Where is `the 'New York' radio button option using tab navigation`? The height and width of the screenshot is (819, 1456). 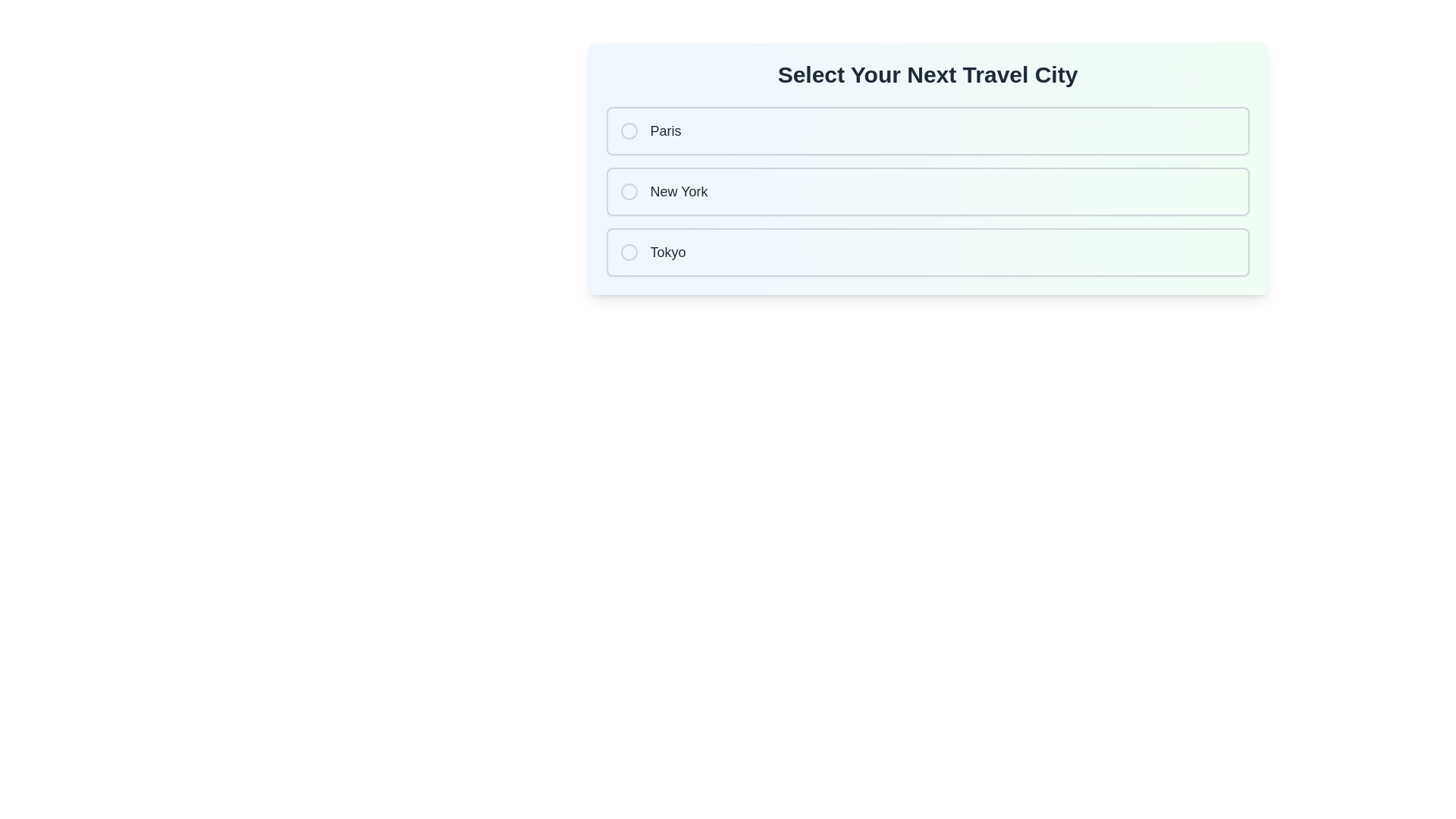
the 'New York' radio button option using tab navigation is located at coordinates (927, 191).